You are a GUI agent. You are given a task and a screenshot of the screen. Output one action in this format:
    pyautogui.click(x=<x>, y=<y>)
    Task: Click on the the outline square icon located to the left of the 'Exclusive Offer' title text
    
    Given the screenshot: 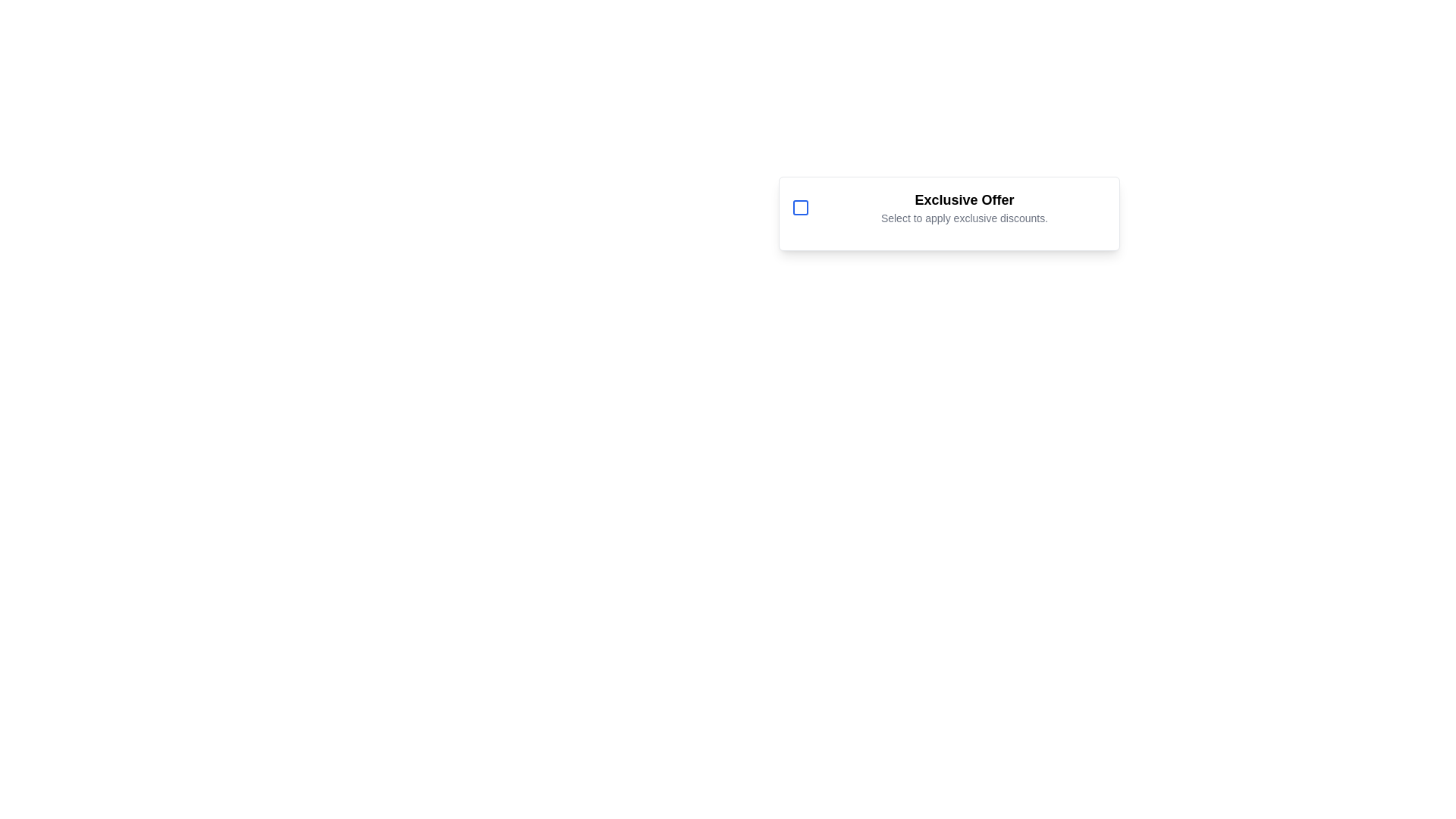 What is the action you would take?
    pyautogui.click(x=800, y=207)
    